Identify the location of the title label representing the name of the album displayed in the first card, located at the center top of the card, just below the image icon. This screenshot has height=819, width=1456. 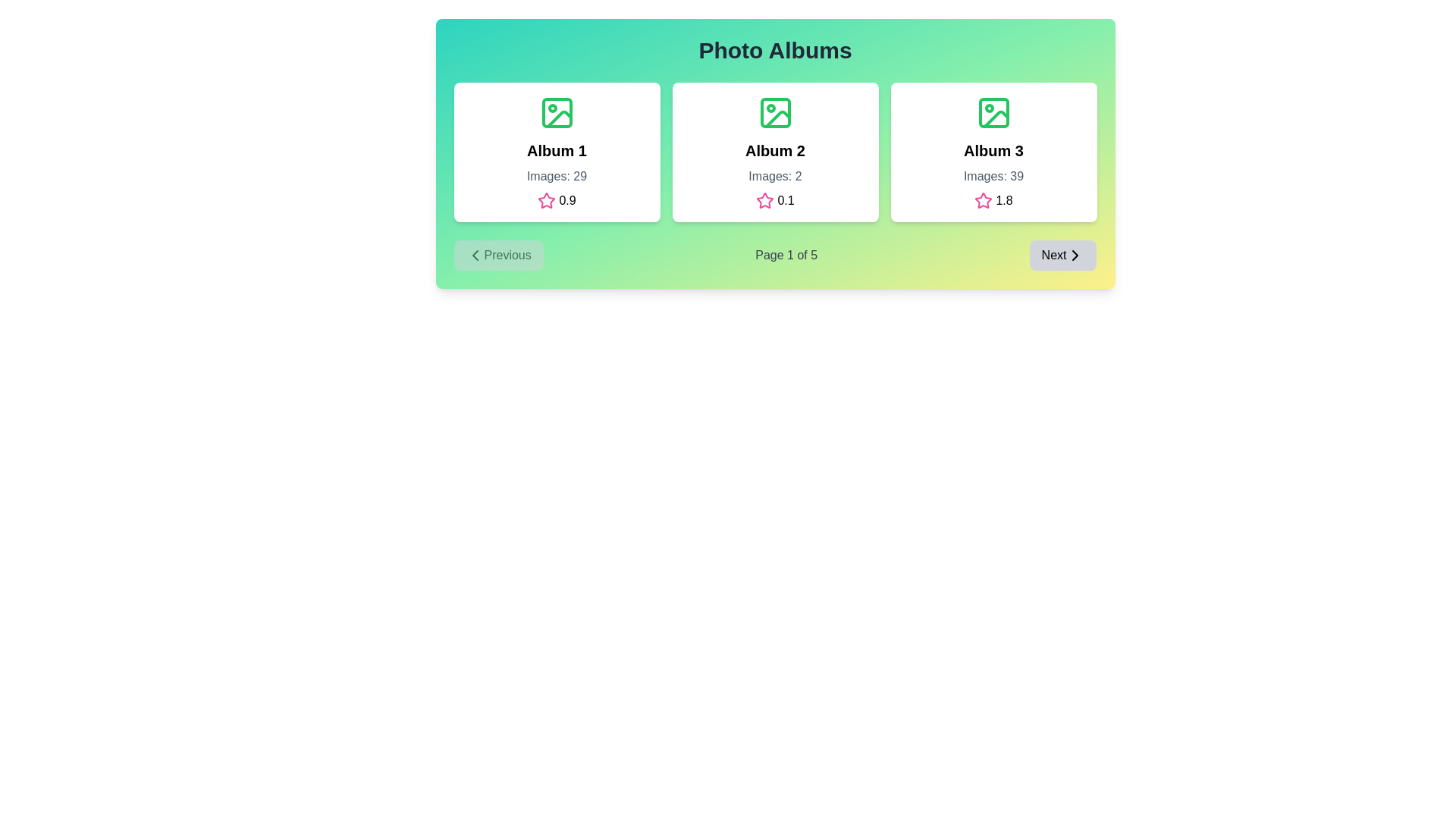
(556, 151).